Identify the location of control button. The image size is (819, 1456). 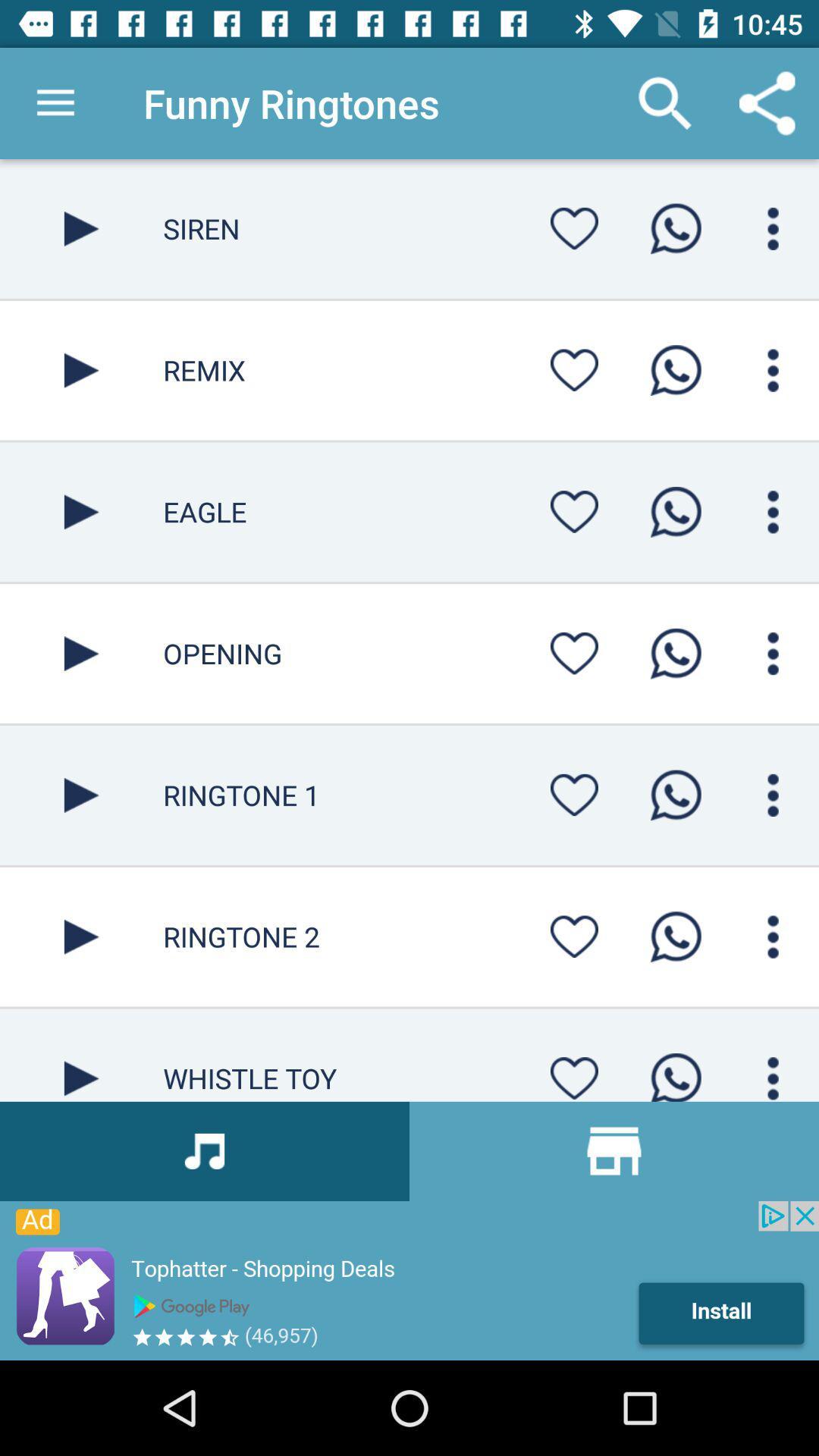
(773, 512).